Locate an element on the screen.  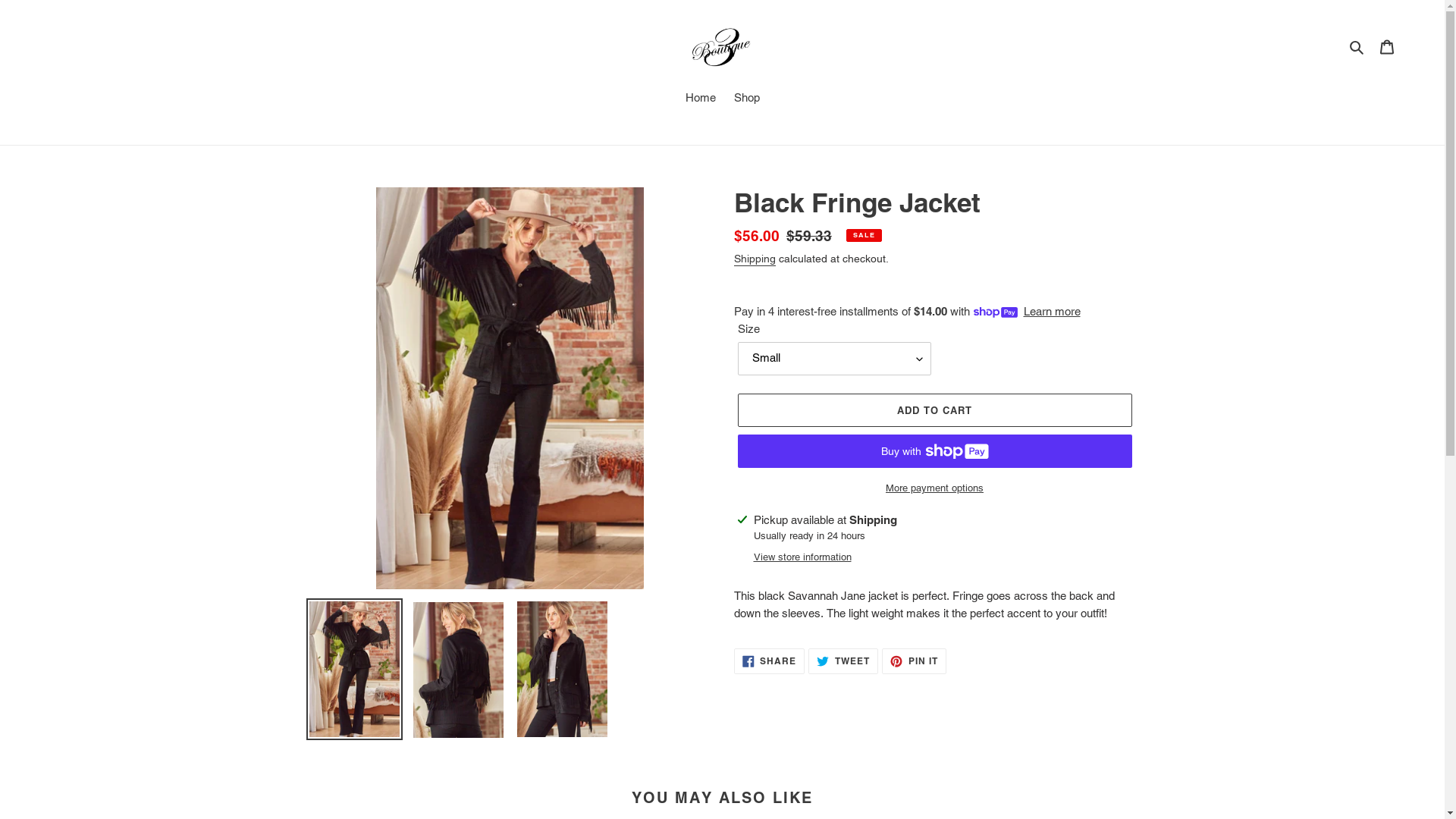
'Shop' is located at coordinates (746, 99).